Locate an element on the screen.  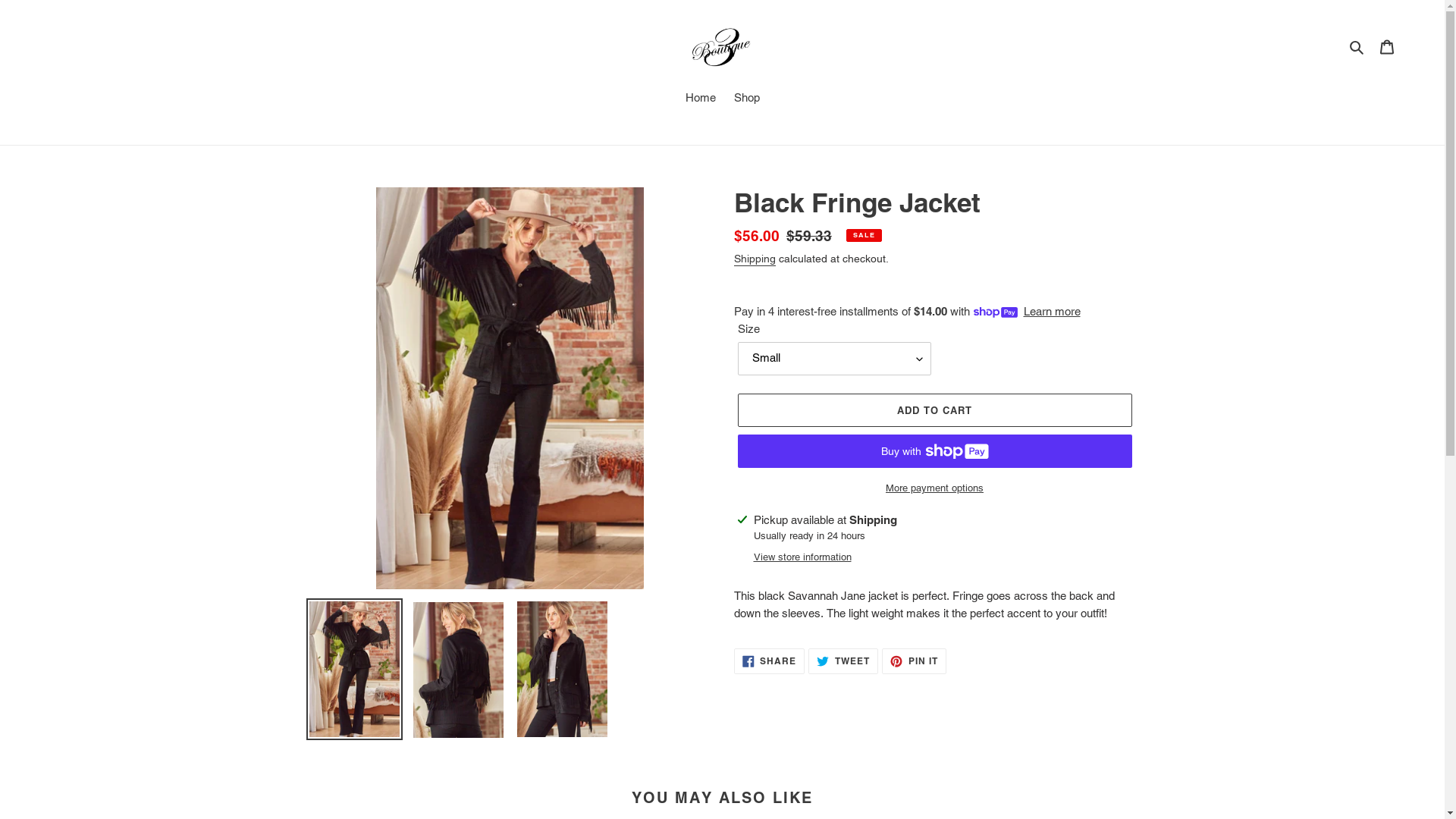
'Shop' is located at coordinates (746, 99).